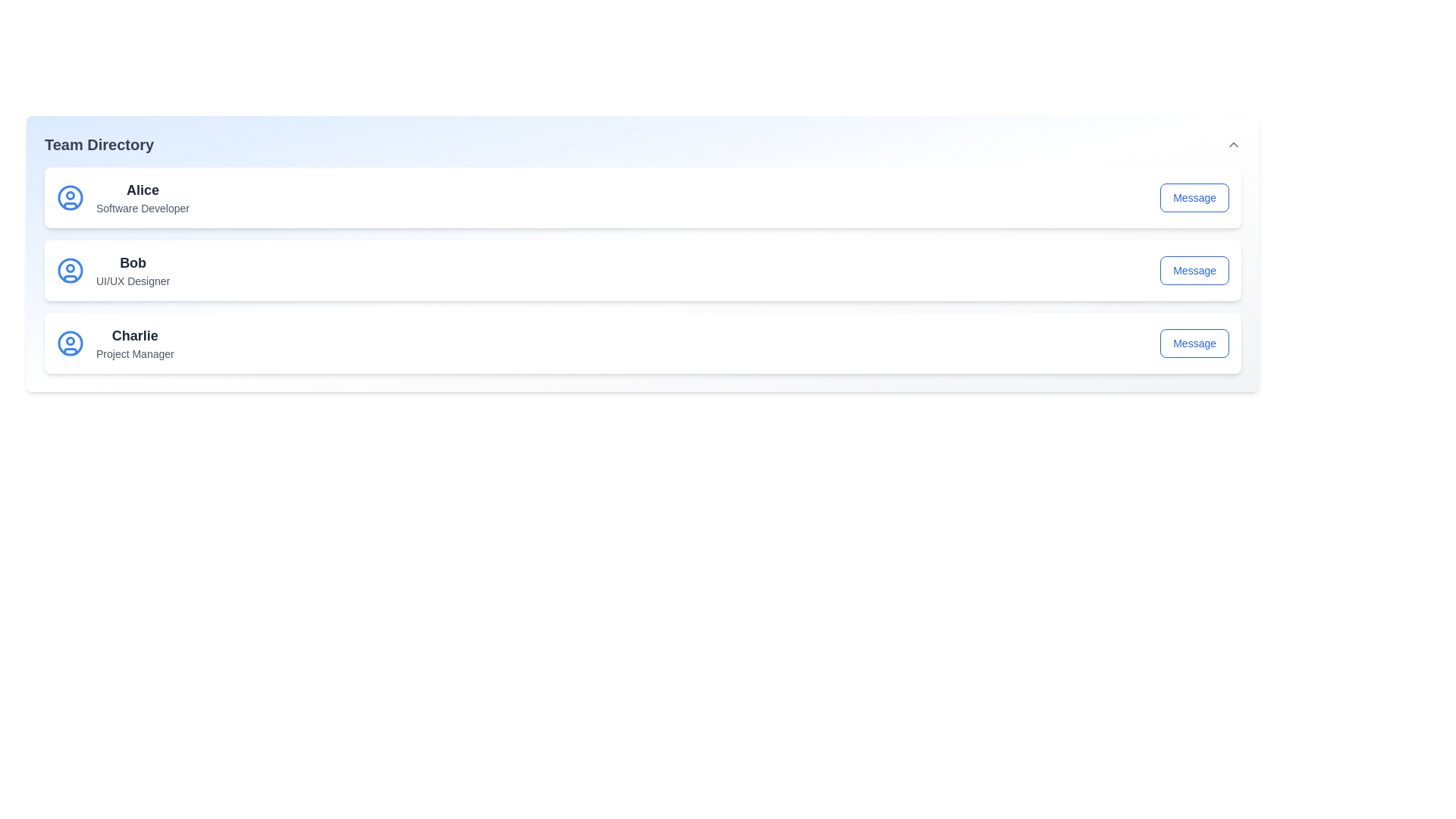 This screenshot has height=819, width=1456. I want to click on the rectangular button with a blue border and the text 'Message', so click(1194, 270).